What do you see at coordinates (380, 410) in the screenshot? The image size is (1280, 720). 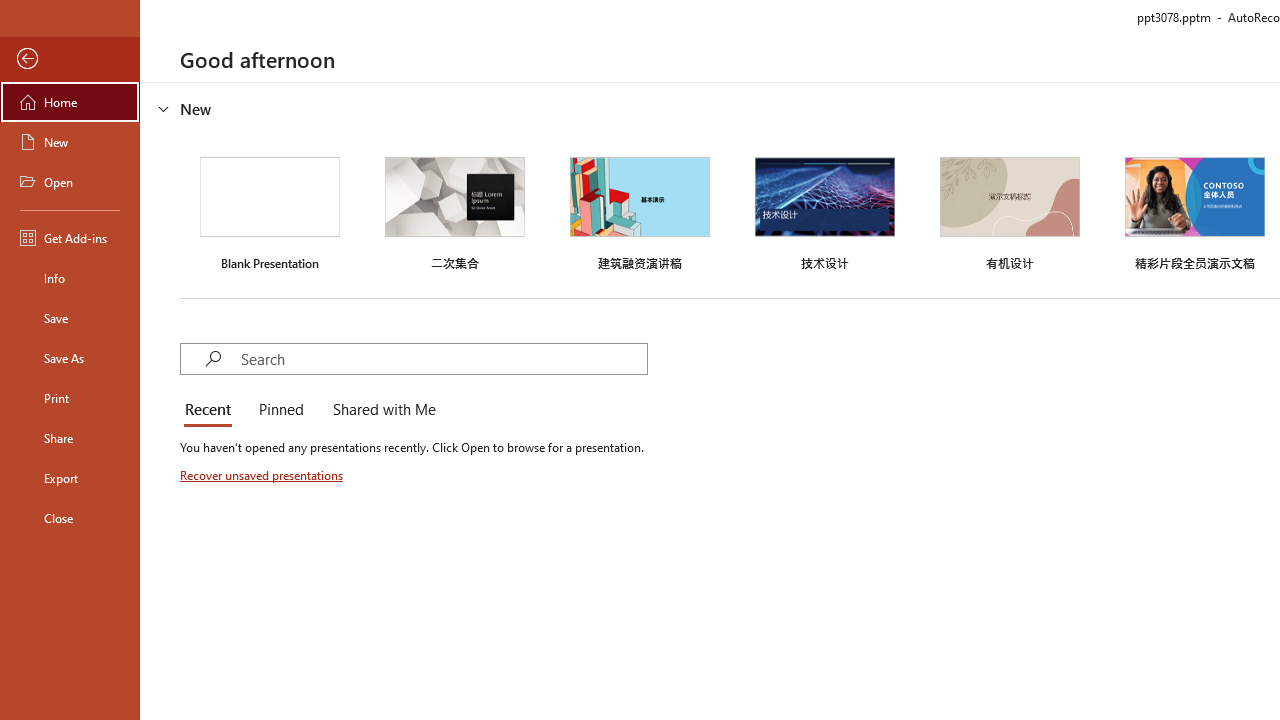 I see `'Shared with Me'` at bounding box center [380, 410].